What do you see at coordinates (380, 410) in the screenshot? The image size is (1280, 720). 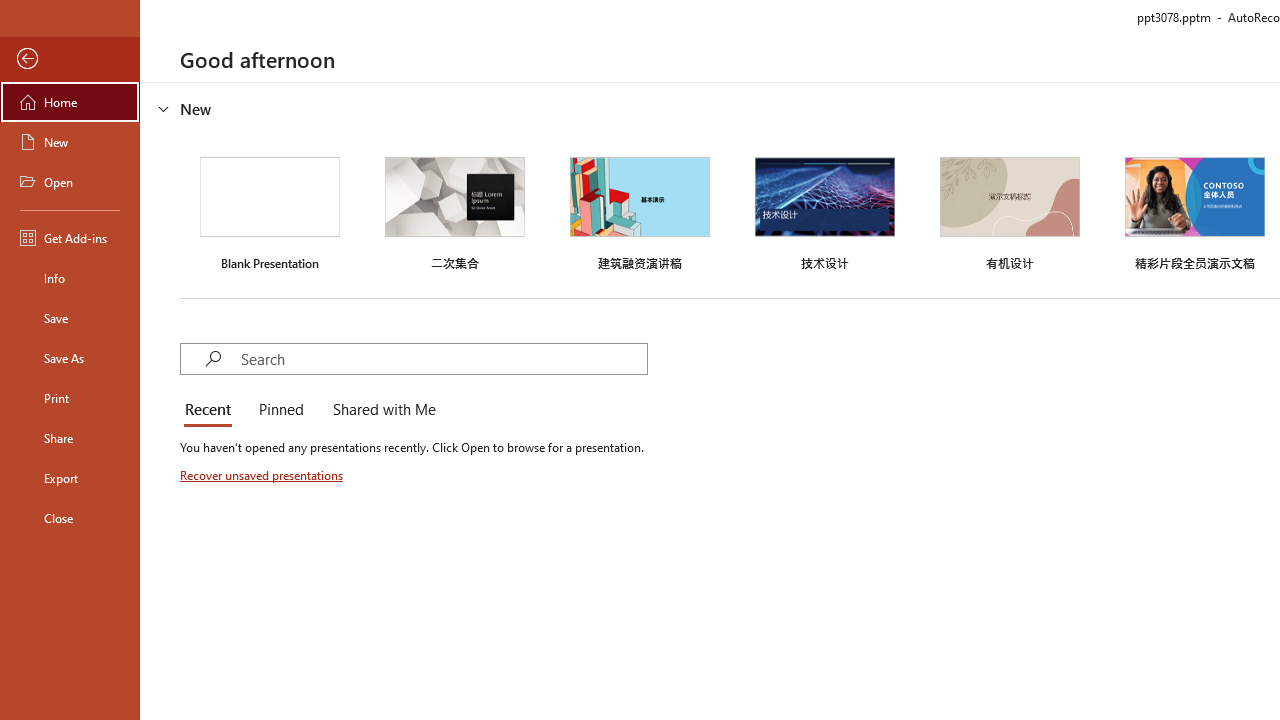 I see `'Shared with Me'` at bounding box center [380, 410].